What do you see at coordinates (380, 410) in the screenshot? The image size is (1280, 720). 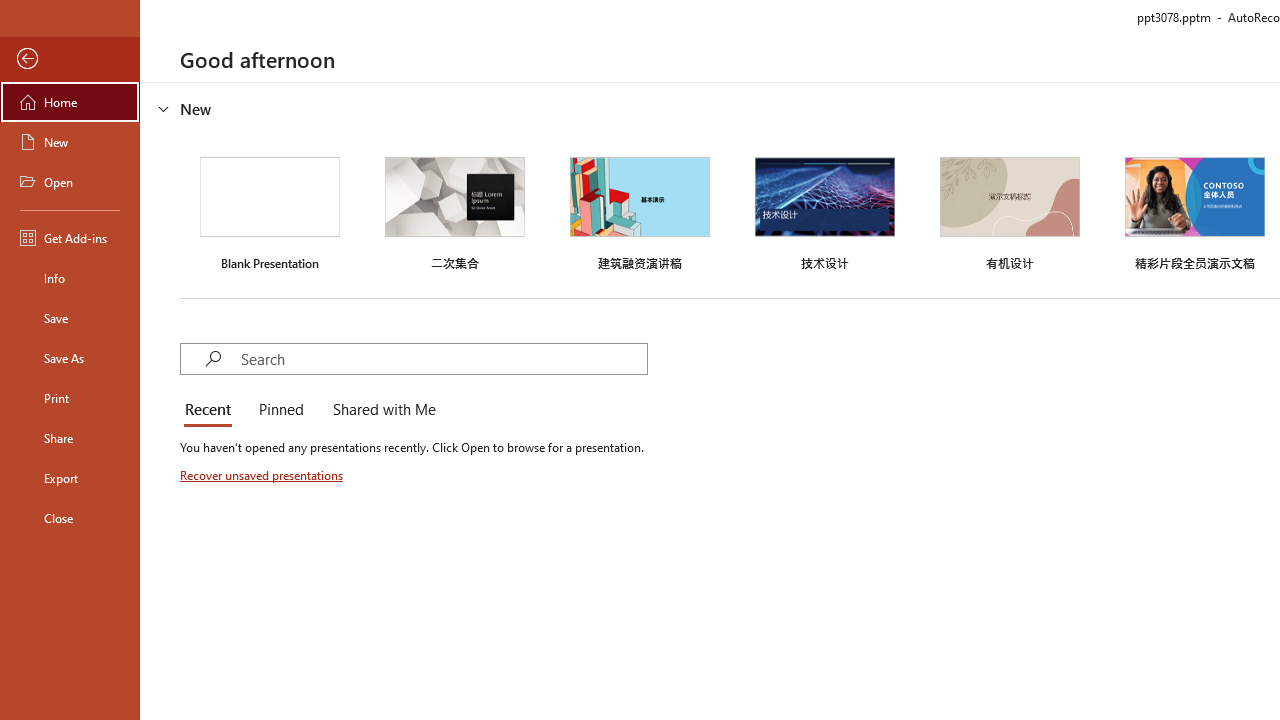 I see `'Shared with Me'` at bounding box center [380, 410].